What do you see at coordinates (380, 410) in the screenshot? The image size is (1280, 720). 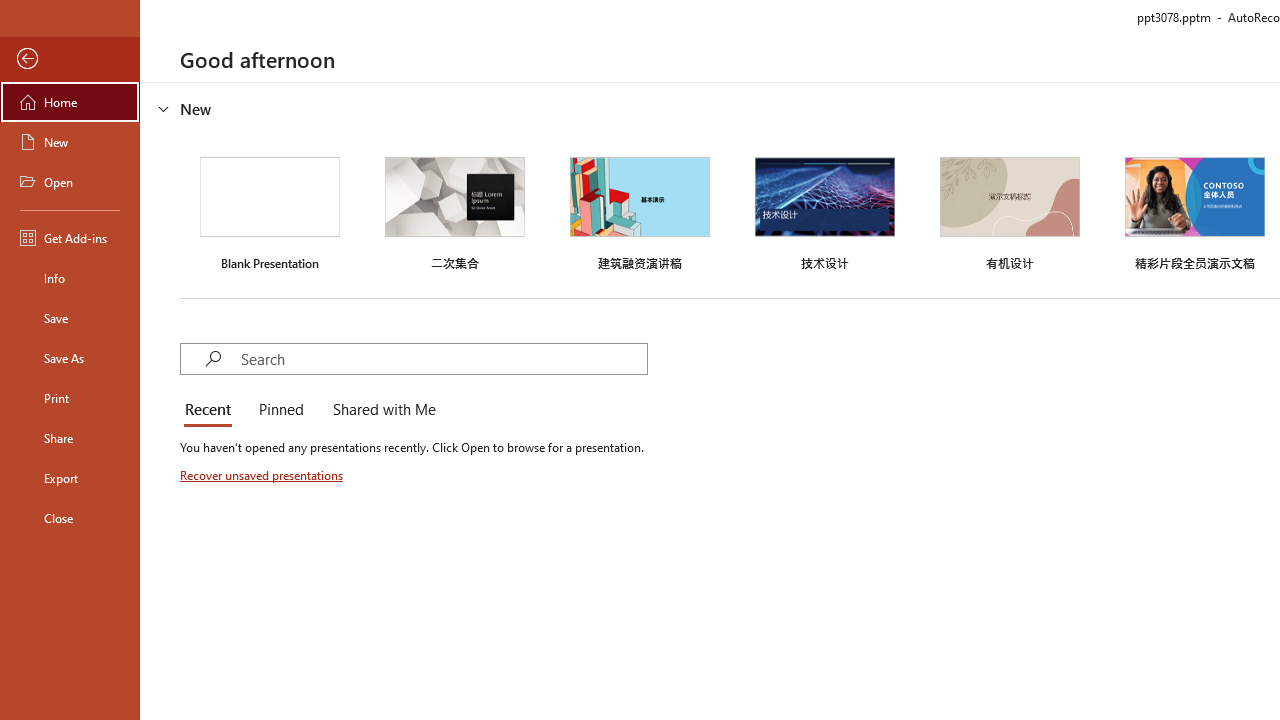 I see `'Shared with Me'` at bounding box center [380, 410].